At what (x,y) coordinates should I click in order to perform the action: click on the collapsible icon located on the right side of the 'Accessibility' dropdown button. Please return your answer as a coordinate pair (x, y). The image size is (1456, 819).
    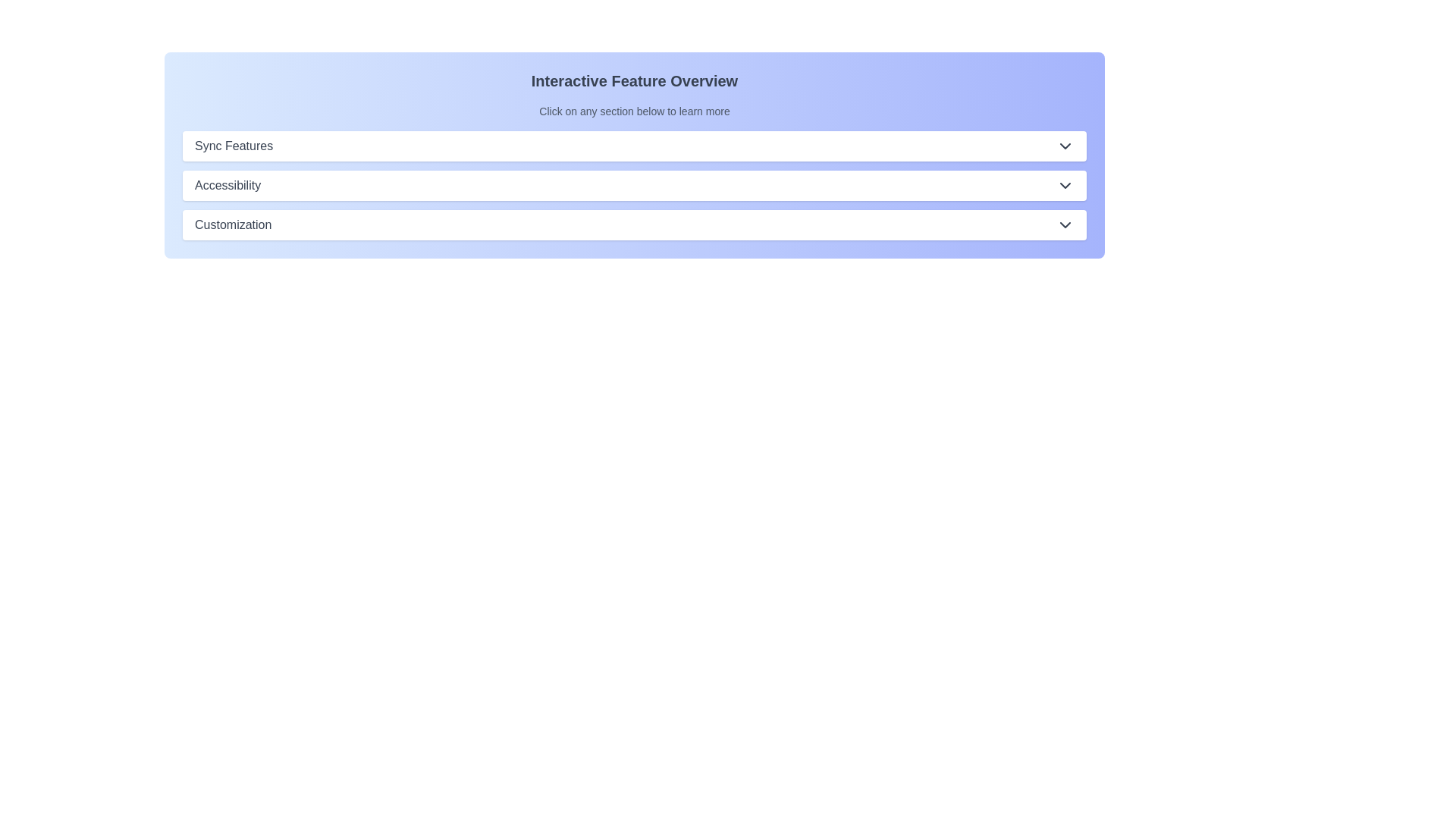
    Looking at the image, I should click on (1065, 185).